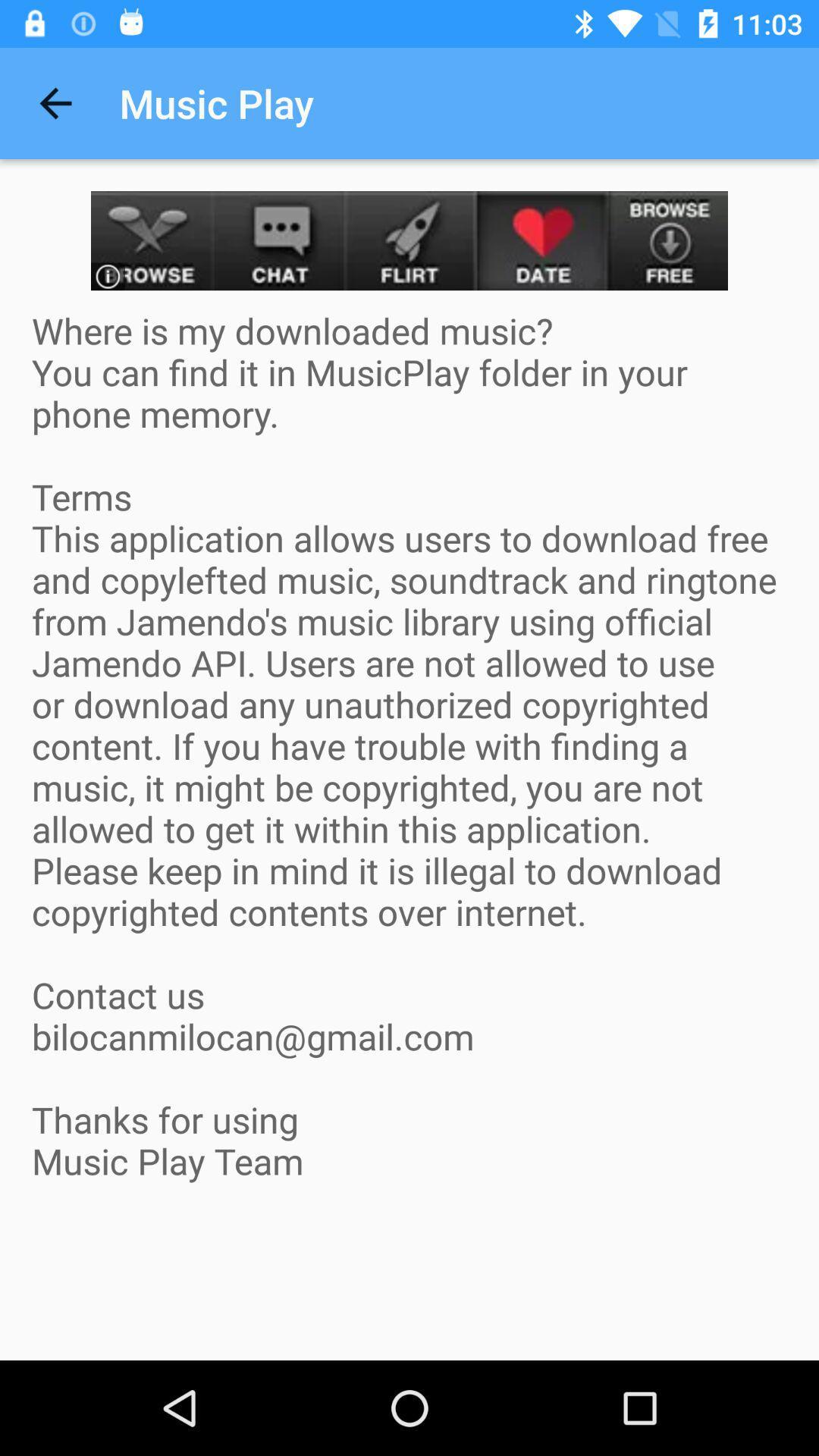  Describe the element at coordinates (409, 240) in the screenshot. I see `visit advertisement` at that location.